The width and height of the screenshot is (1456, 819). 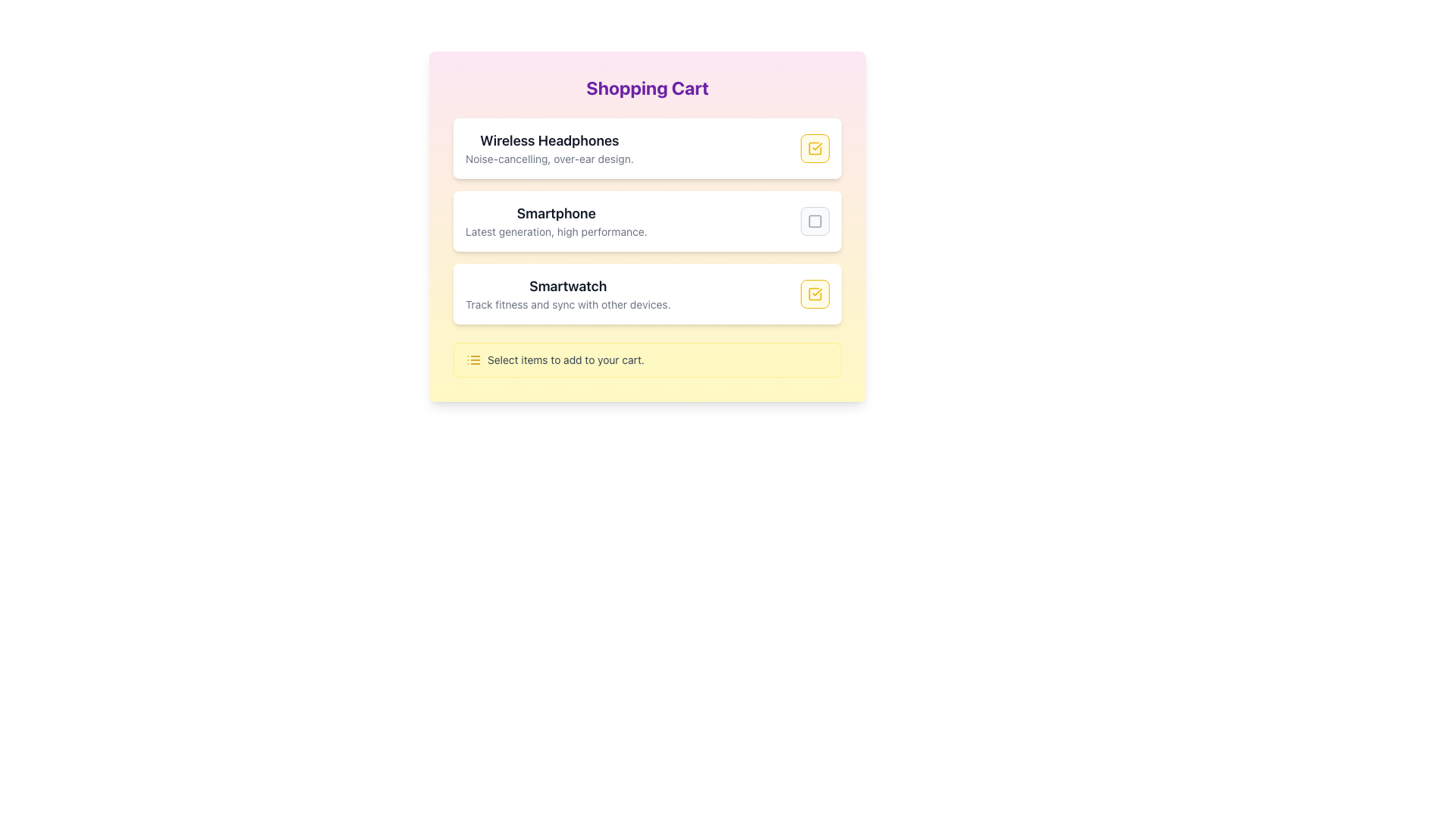 I want to click on the yellow square checkbox with a bold outline and checkmark, located, so click(x=814, y=294).